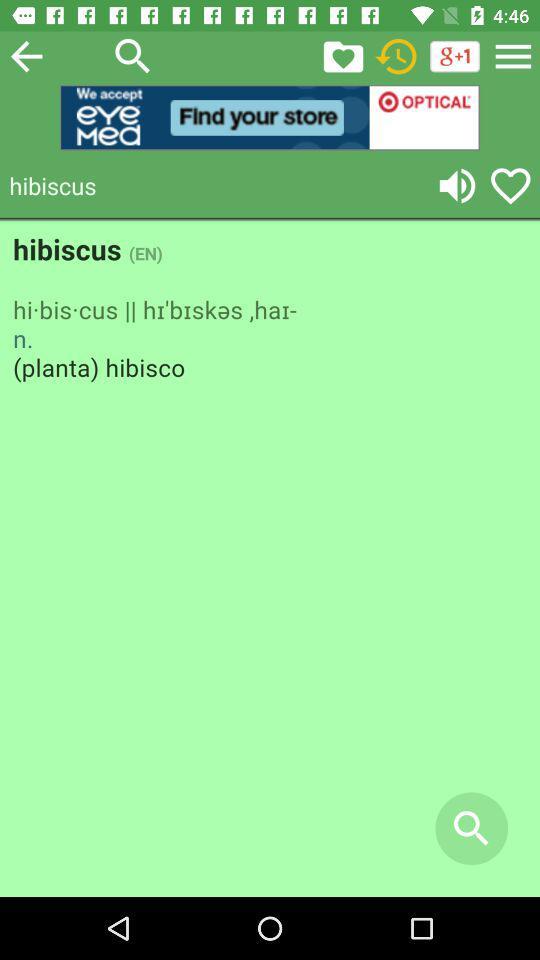  I want to click on speaker button, so click(457, 185).